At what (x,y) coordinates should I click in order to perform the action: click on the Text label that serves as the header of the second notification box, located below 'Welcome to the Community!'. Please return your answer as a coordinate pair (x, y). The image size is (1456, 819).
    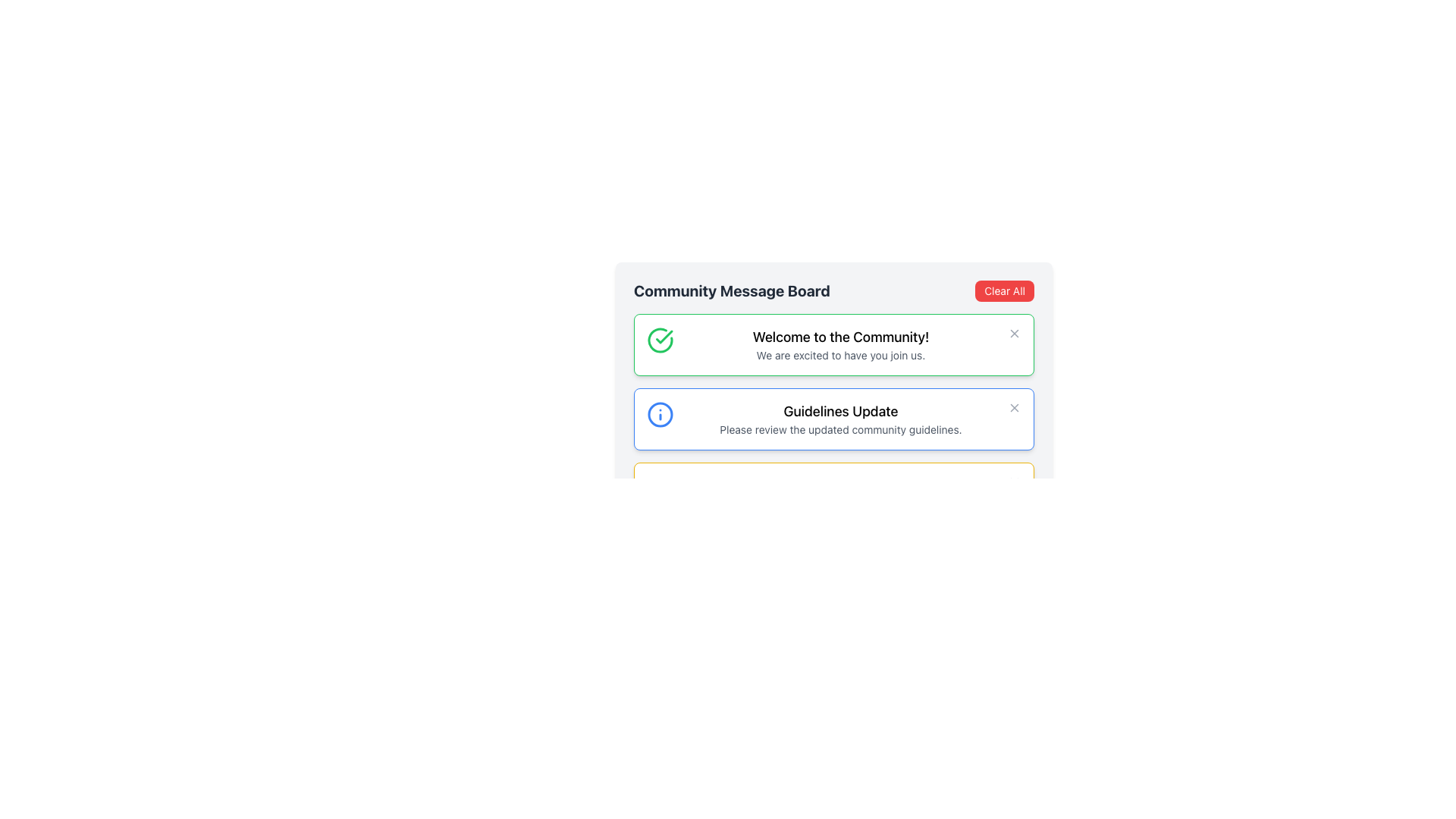
    Looking at the image, I should click on (839, 412).